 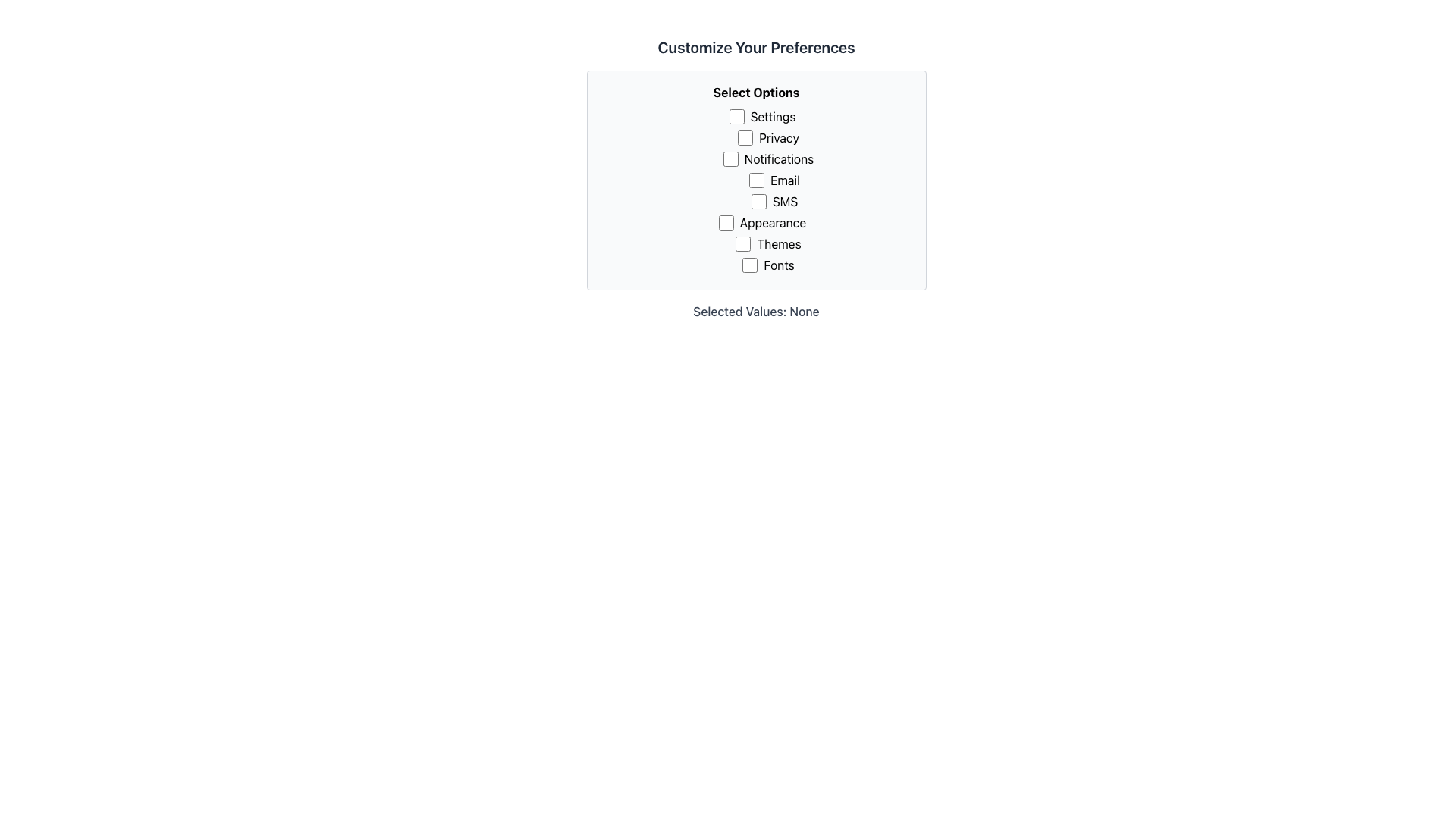 What do you see at coordinates (768, 265) in the screenshot?
I see `the label 'Fonts' of the checkbox` at bounding box center [768, 265].